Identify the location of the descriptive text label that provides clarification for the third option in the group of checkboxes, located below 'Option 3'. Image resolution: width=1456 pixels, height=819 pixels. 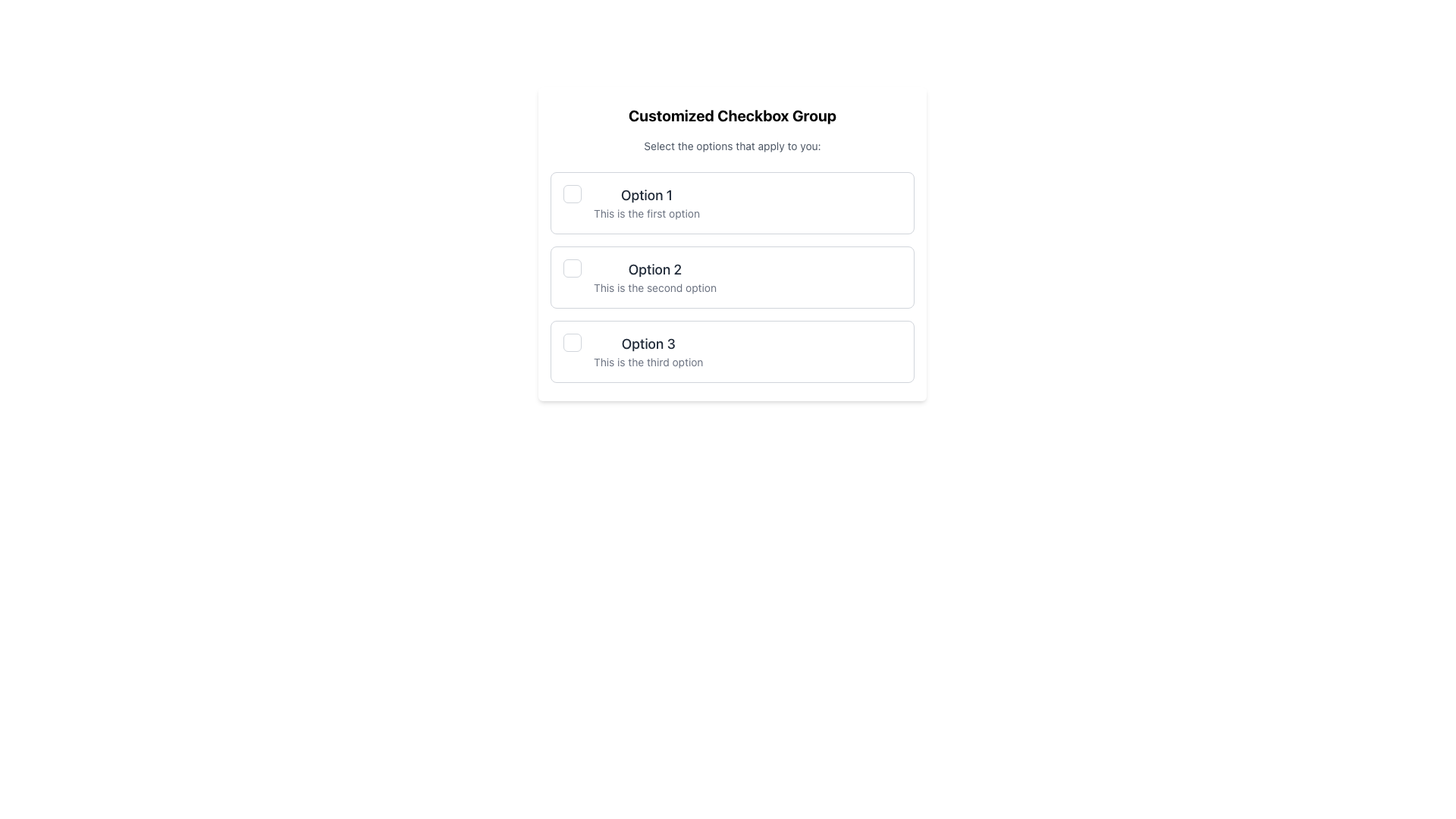
(648, 362).